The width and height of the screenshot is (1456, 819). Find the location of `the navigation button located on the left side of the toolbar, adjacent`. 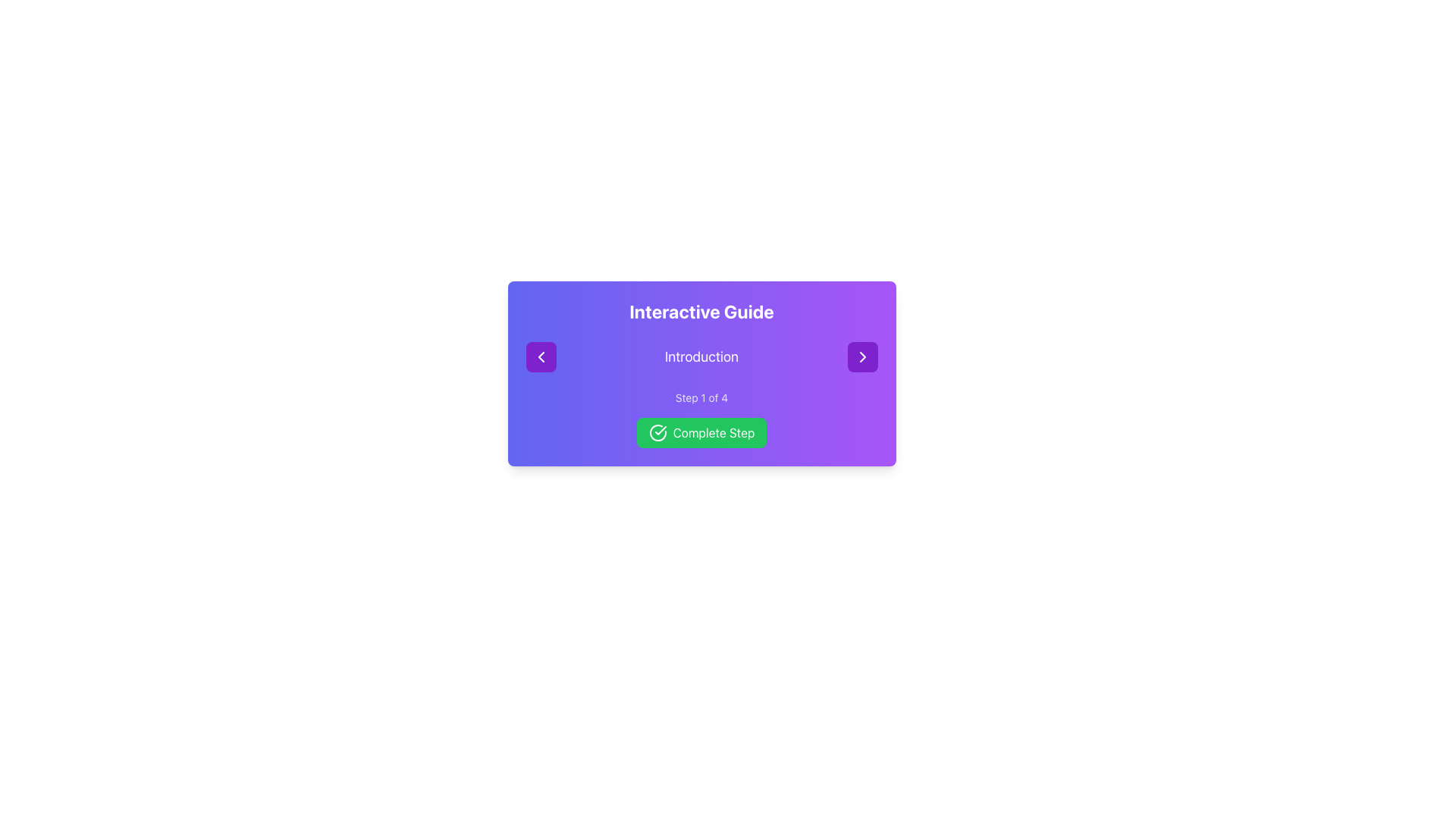

the navigation button located on the left side of the toolbar, adjacent is located at coordinates (541, 356).